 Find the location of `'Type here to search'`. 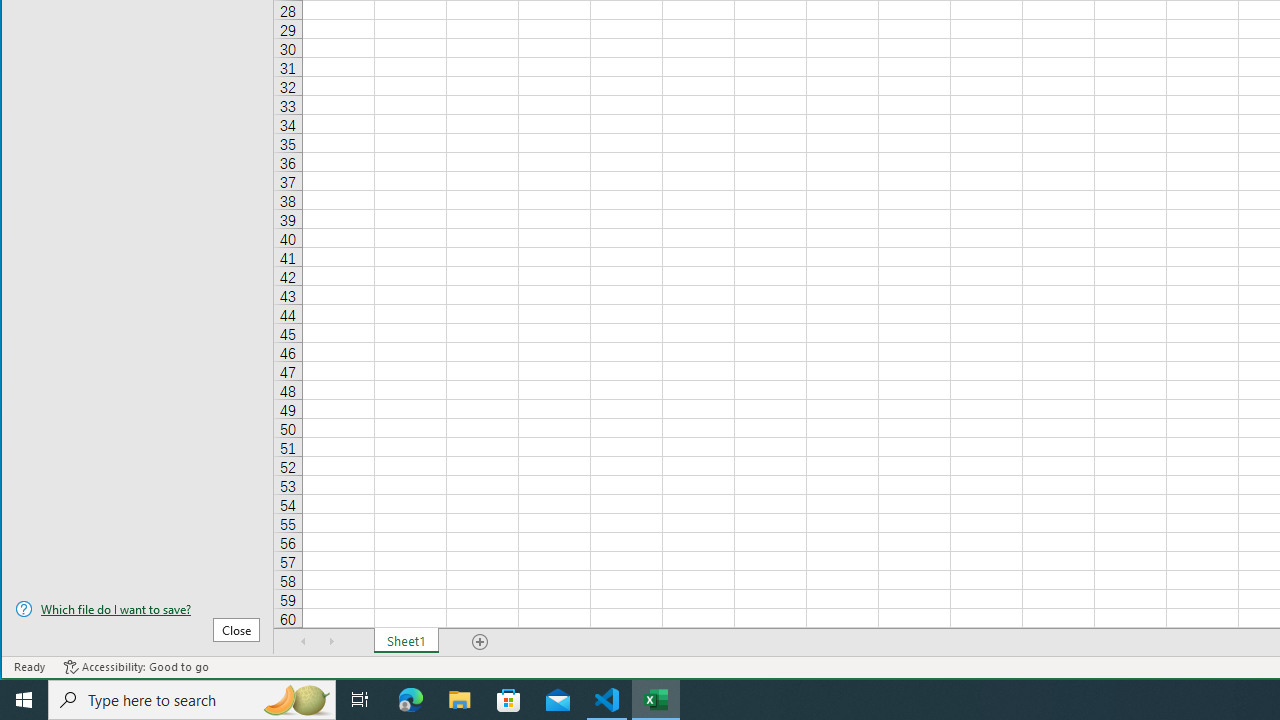

'Type here to search' is located at coordinates (192, 698).